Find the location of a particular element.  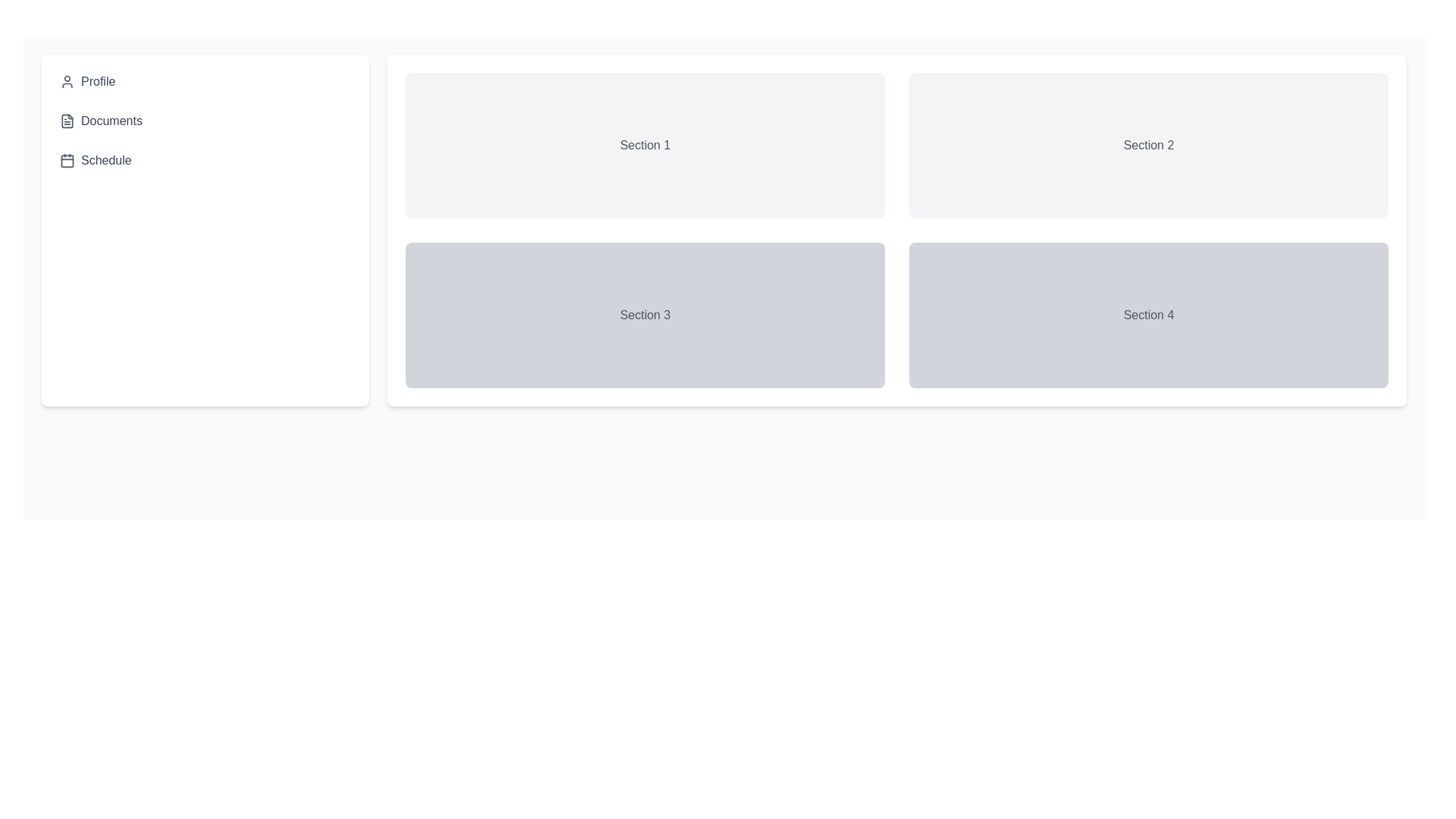

the 'Schedule' text label in the vertical menu list on the left sidebar is located at coordinates (105, 161).